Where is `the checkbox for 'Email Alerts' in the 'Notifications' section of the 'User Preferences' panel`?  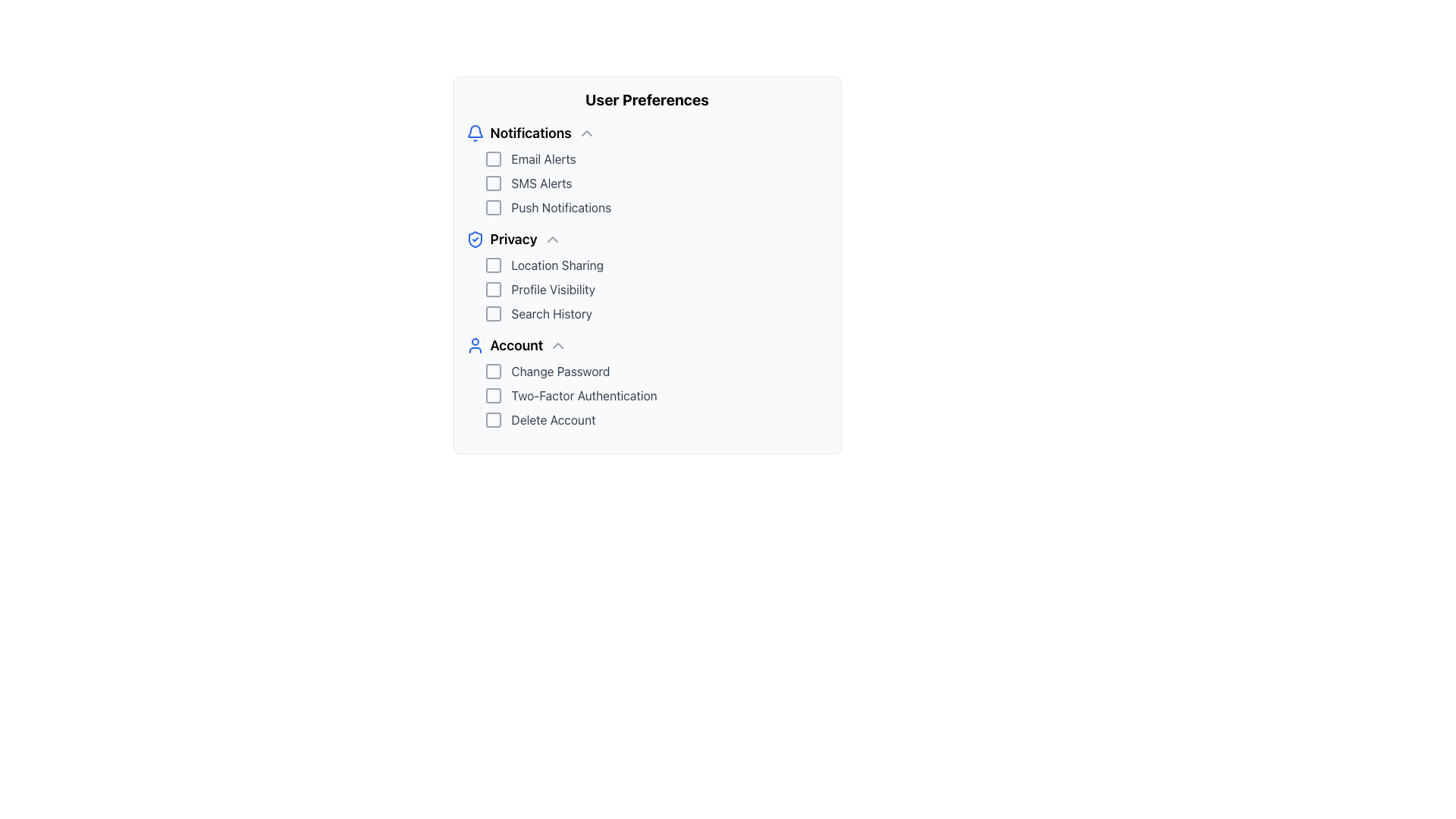 the checkbox for 'Email Alerts' in the 'Notifications' section of the 'User Preferences' panel is located at coordinates (493, 158).